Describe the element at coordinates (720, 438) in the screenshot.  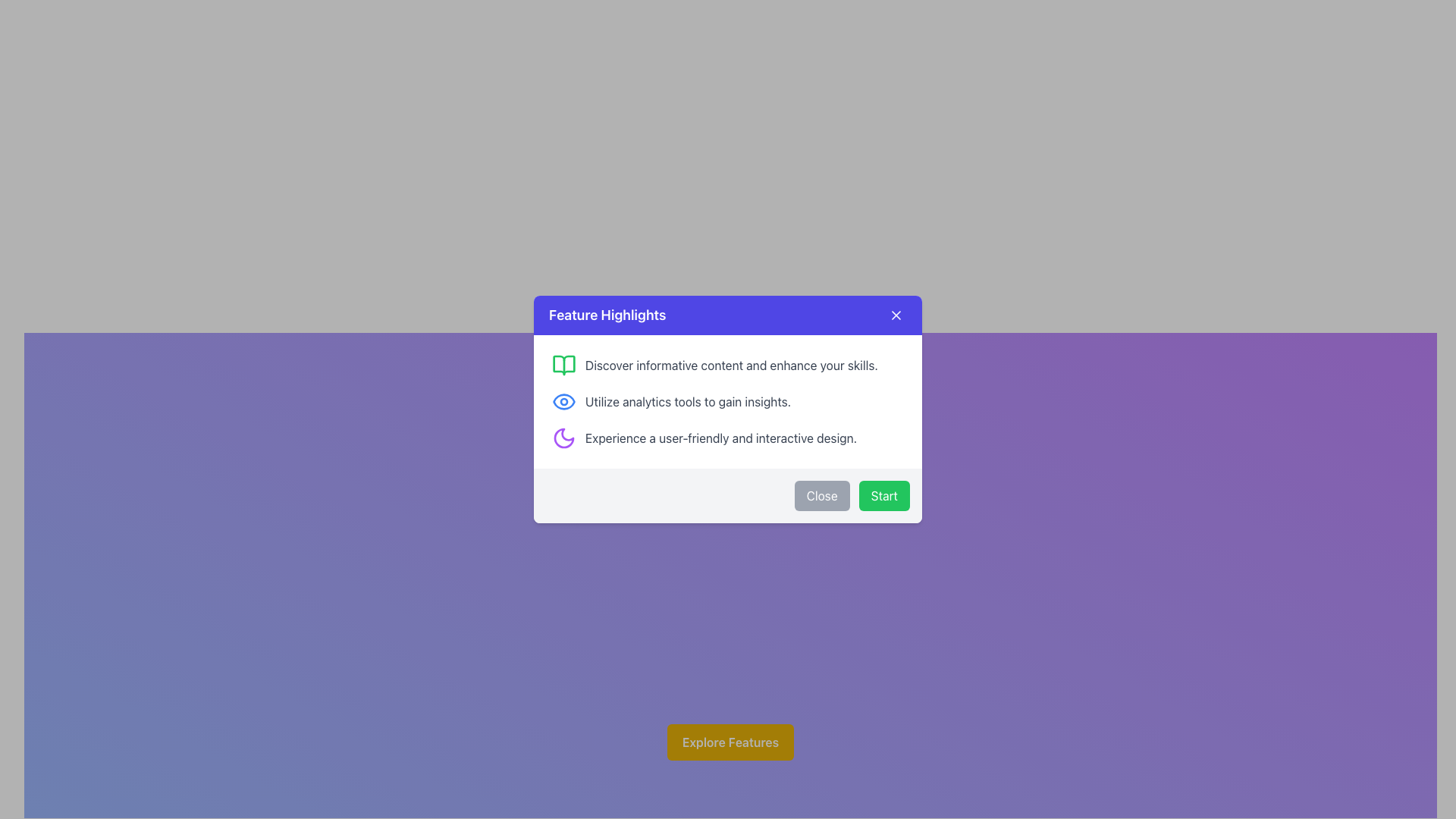
I see `the text label displaying 'Experience a user-friendly and interactive design' located at the bottom of the feature list in the modal dialog` at that location.